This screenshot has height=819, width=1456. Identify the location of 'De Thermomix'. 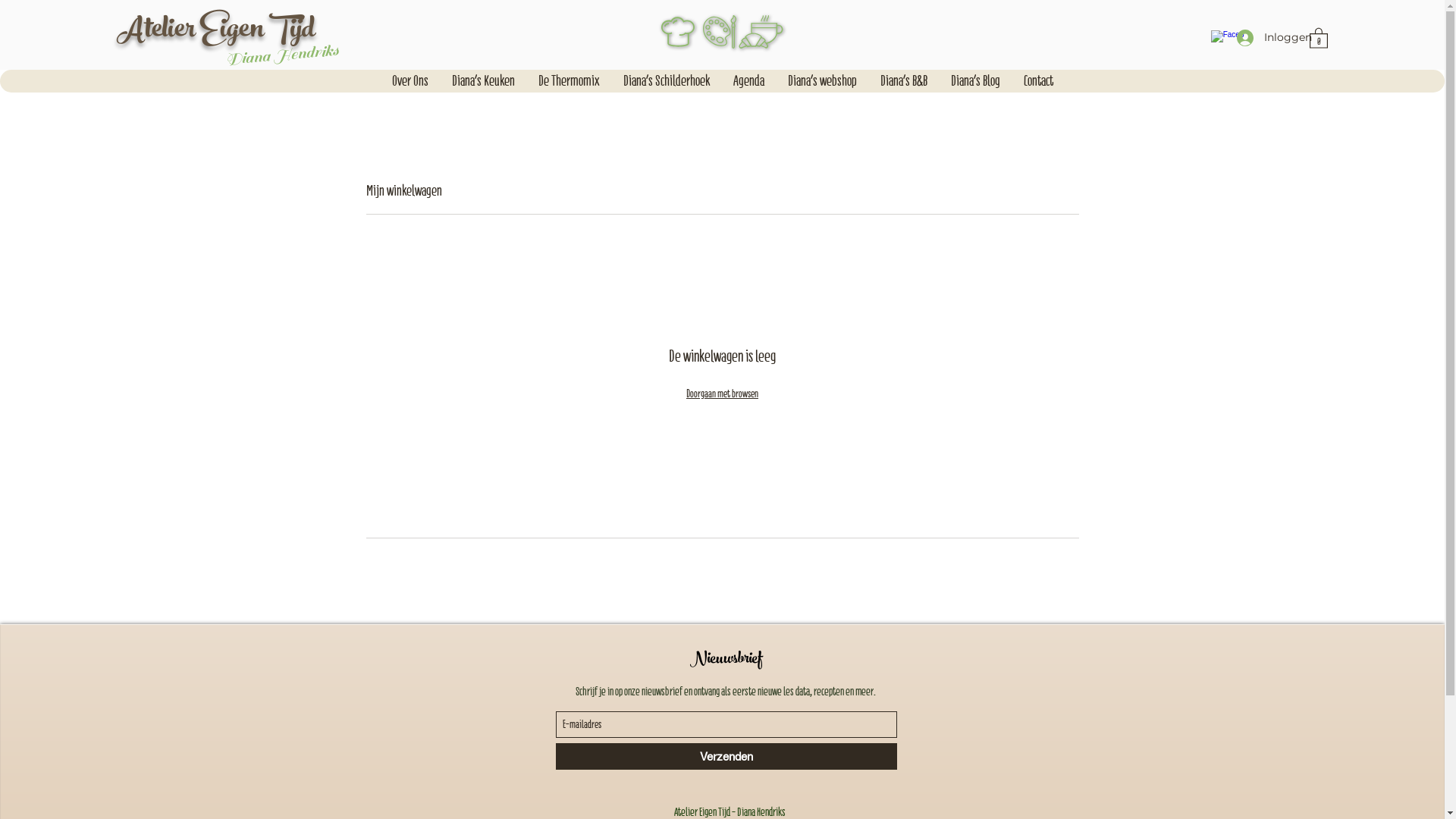
(526, 81).